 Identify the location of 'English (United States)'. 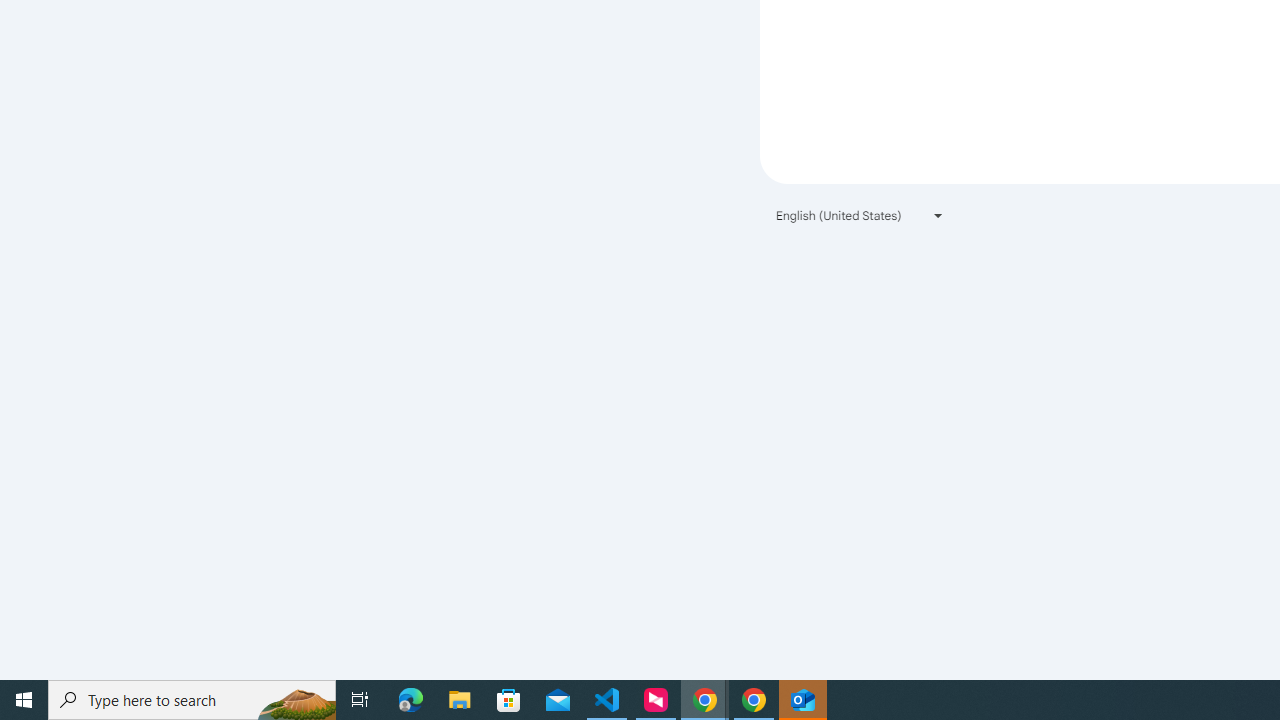
(860, 215).